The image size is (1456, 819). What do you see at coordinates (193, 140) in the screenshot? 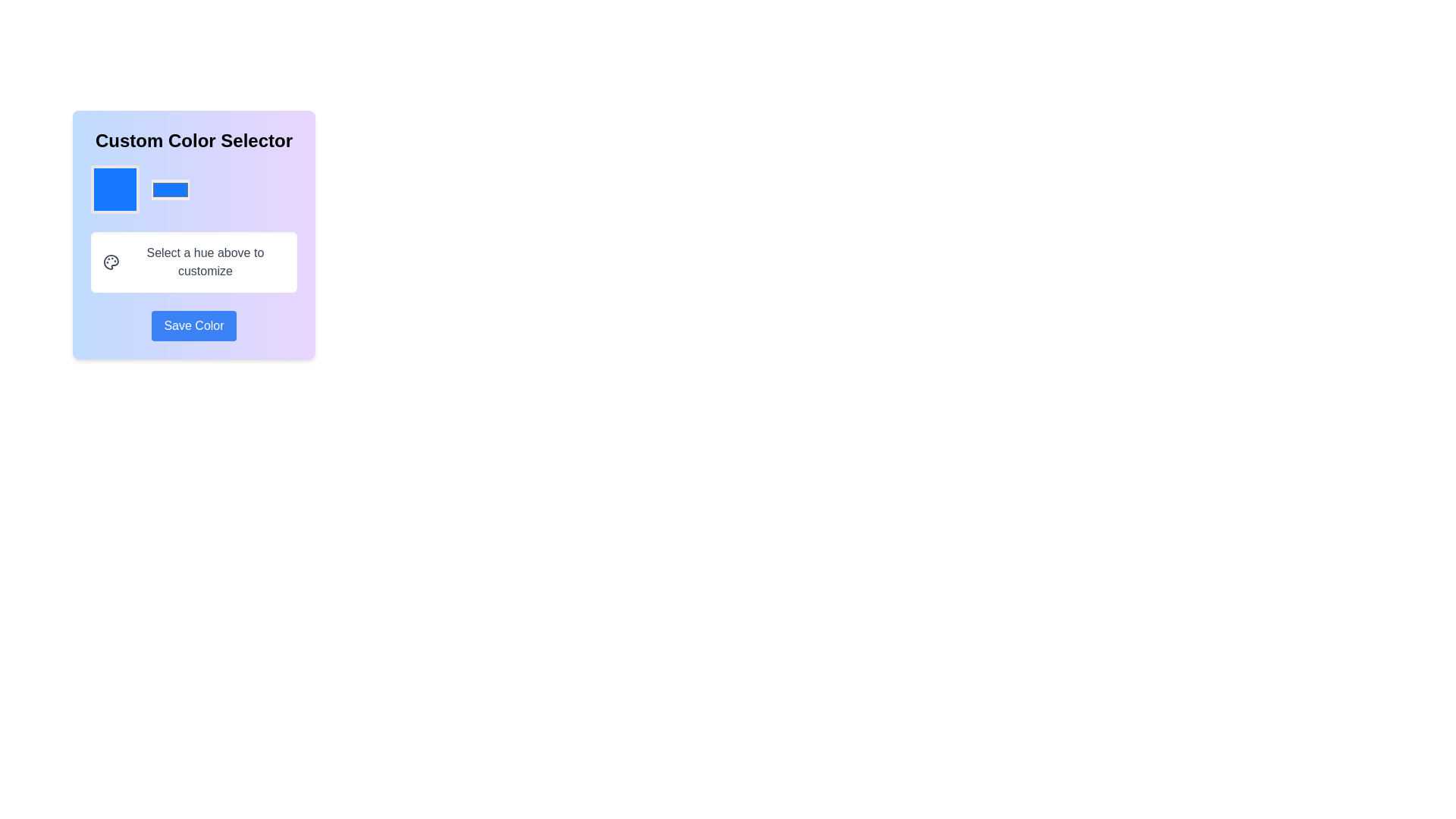
I see `the bold text labeled 'Custom Color Selector' which is prominently displayed at the top of a card with a gradient background` at bounding box center [193, 140].